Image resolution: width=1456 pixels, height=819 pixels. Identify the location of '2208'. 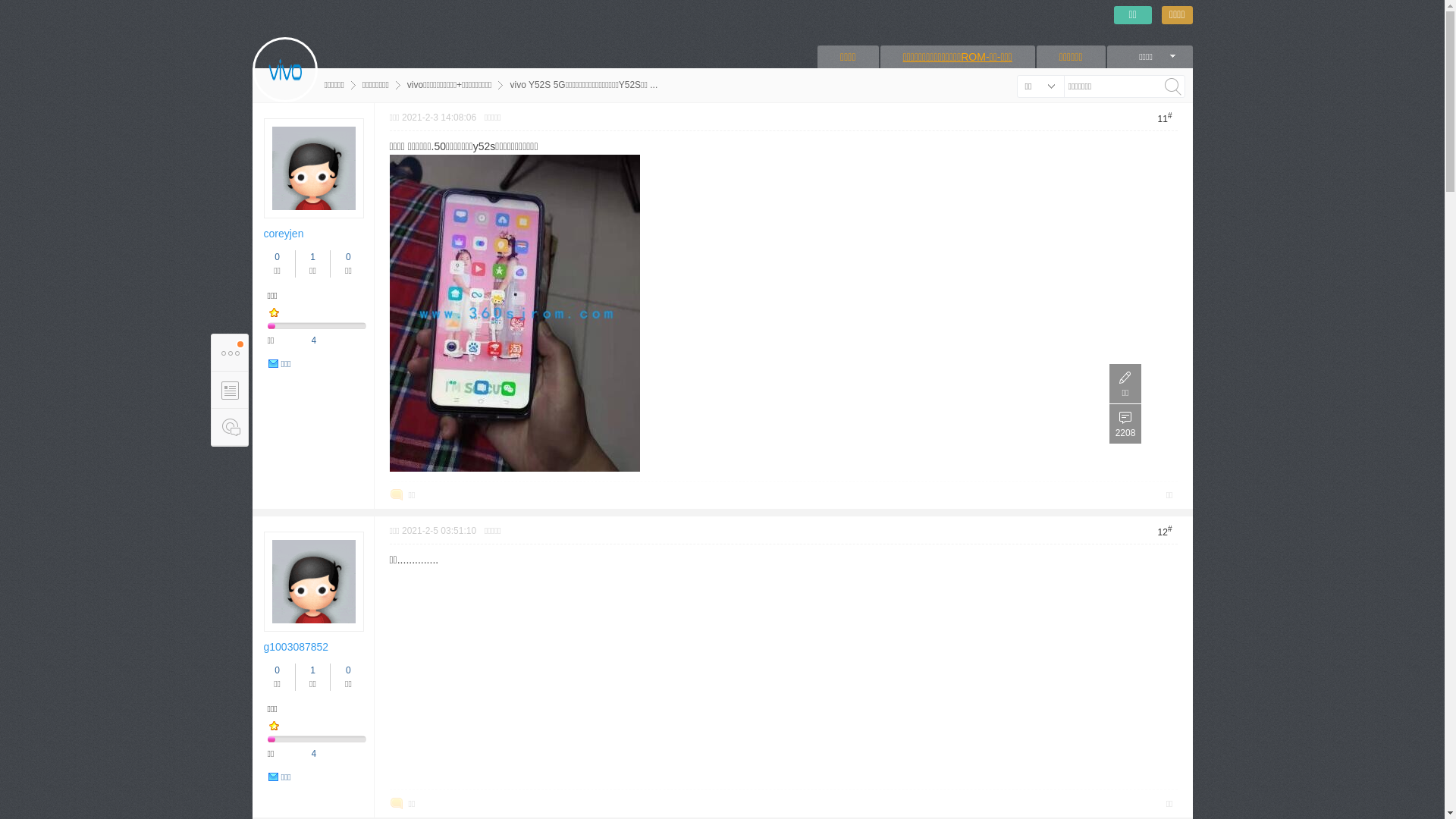
(1125, 424).